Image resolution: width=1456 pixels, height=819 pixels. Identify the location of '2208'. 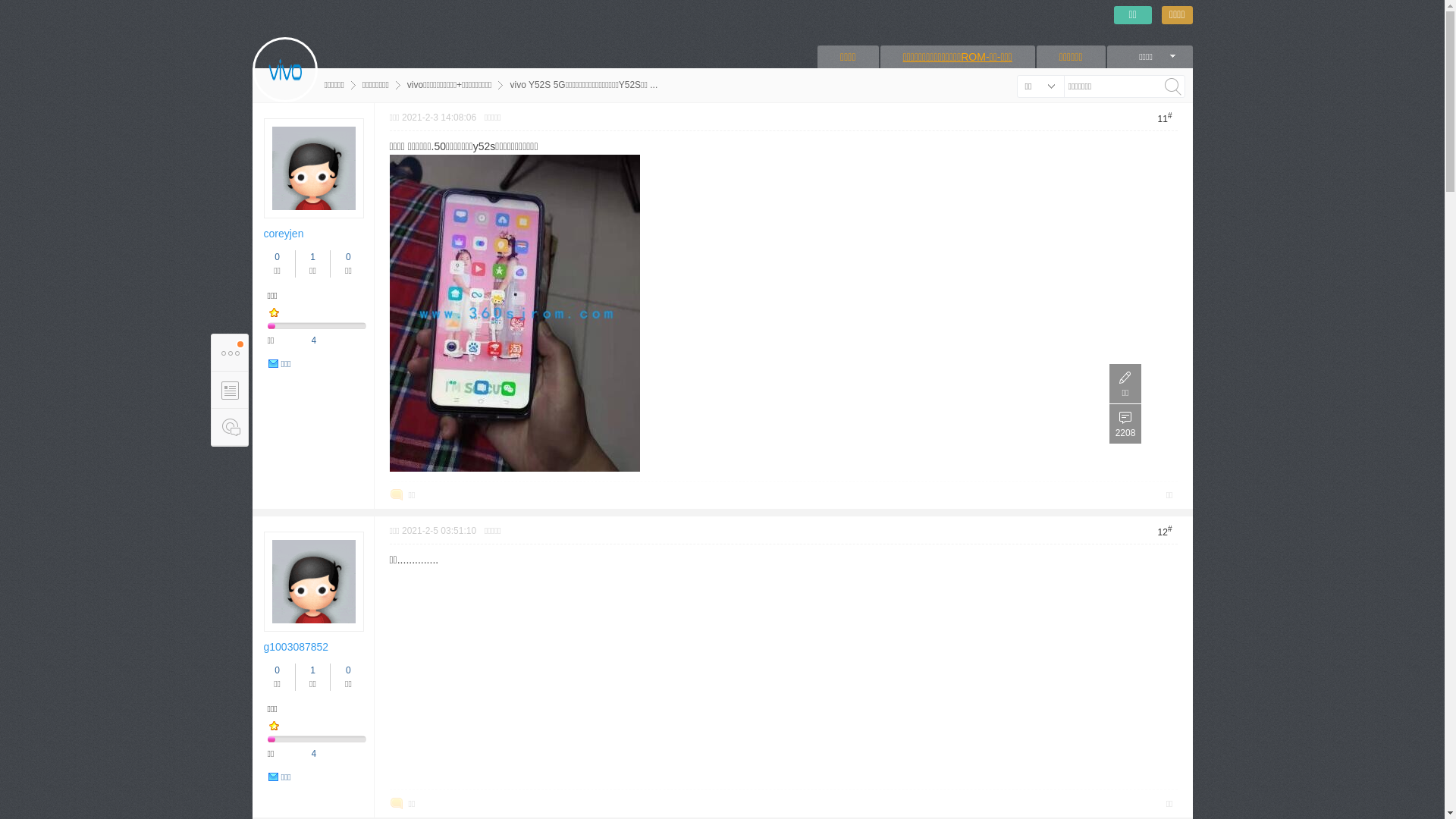
(1125, 424).